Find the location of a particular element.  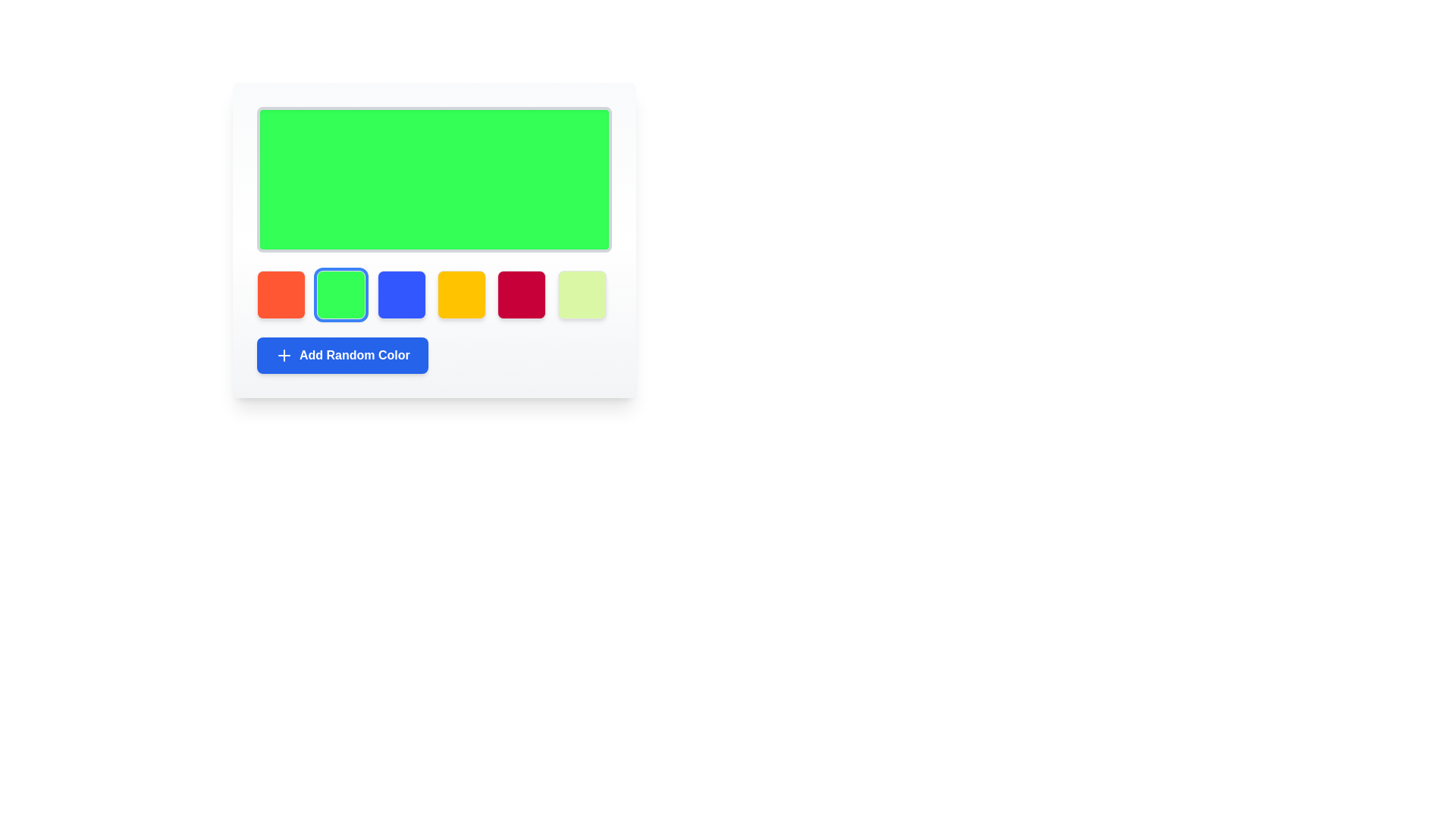

the first colorful rounded button in the grid layout is located at coordinates (281, 295).